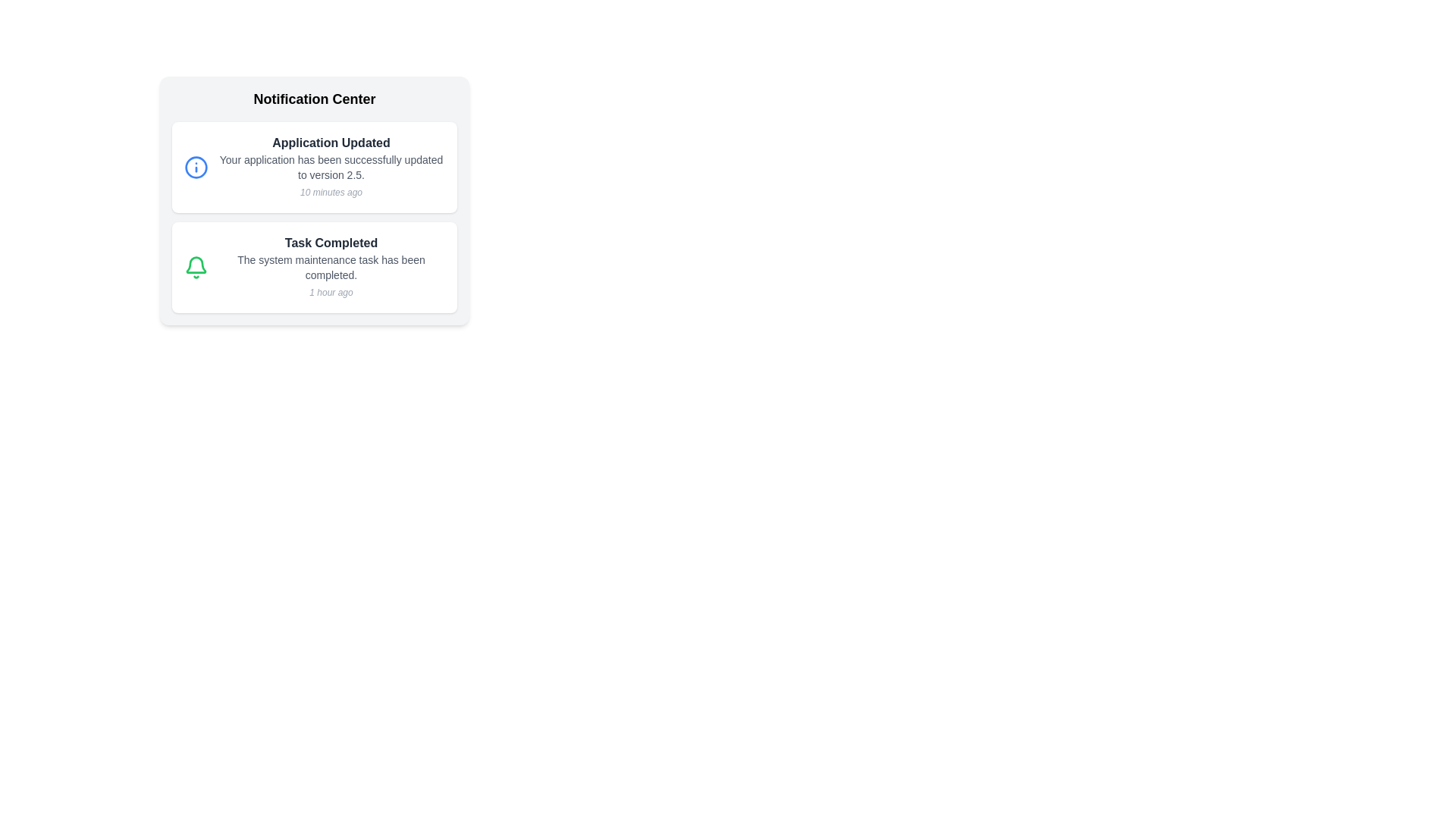 The height and width of the screenshot is (819, 1456). What do you see at coordinates (313, 267) in the screenshot?
I see `information presented in the 'Task Completed' notification section located in the second notification card of the 'Notification Center'` at bounding box center [313, 267].